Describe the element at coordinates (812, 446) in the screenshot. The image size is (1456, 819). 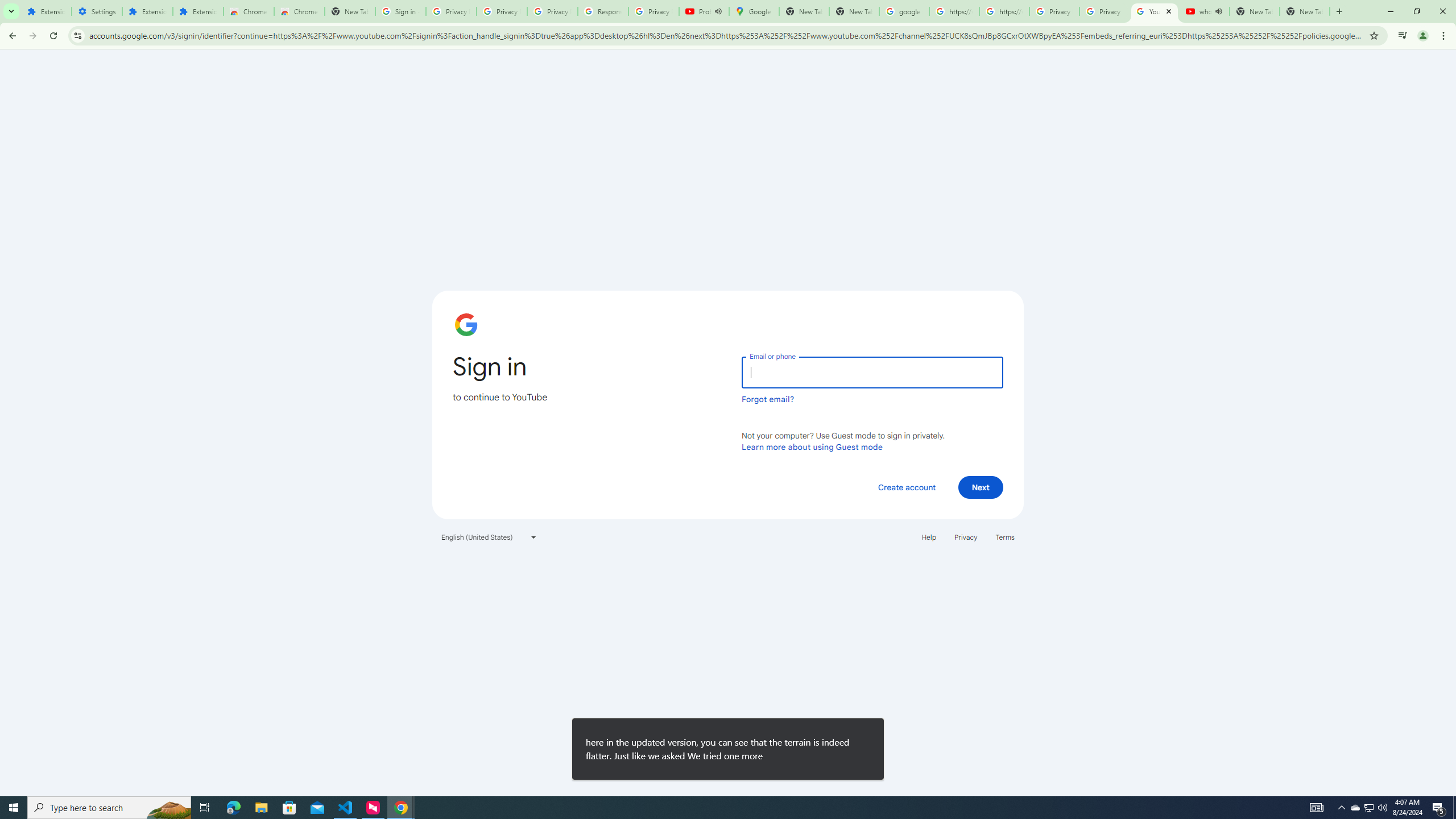
I see `'Learn more about using Guest mode'` at that location.